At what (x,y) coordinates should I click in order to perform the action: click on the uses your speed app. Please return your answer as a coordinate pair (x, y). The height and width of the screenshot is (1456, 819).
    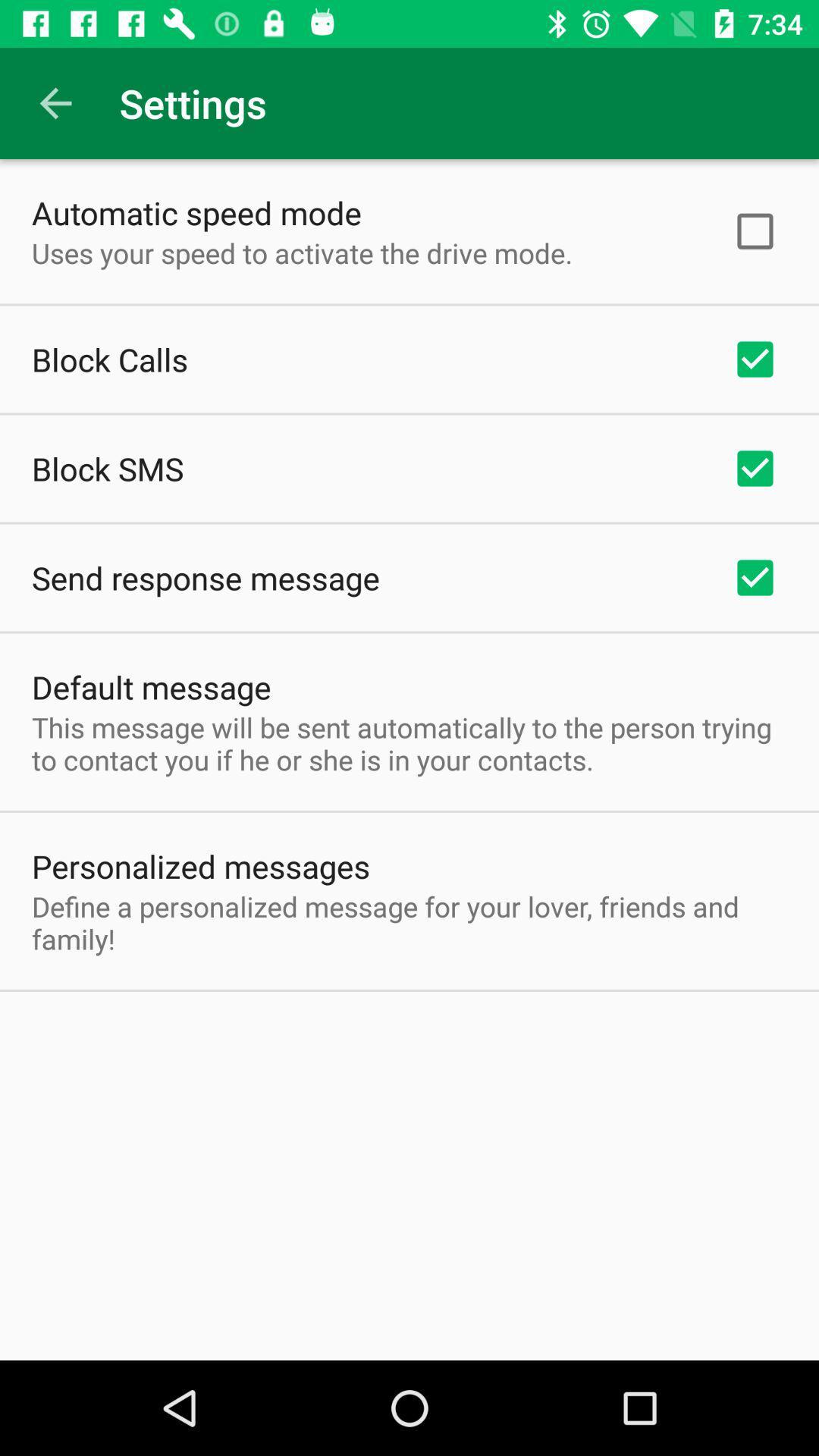
    Looking at the image, I should click on (302, 253).